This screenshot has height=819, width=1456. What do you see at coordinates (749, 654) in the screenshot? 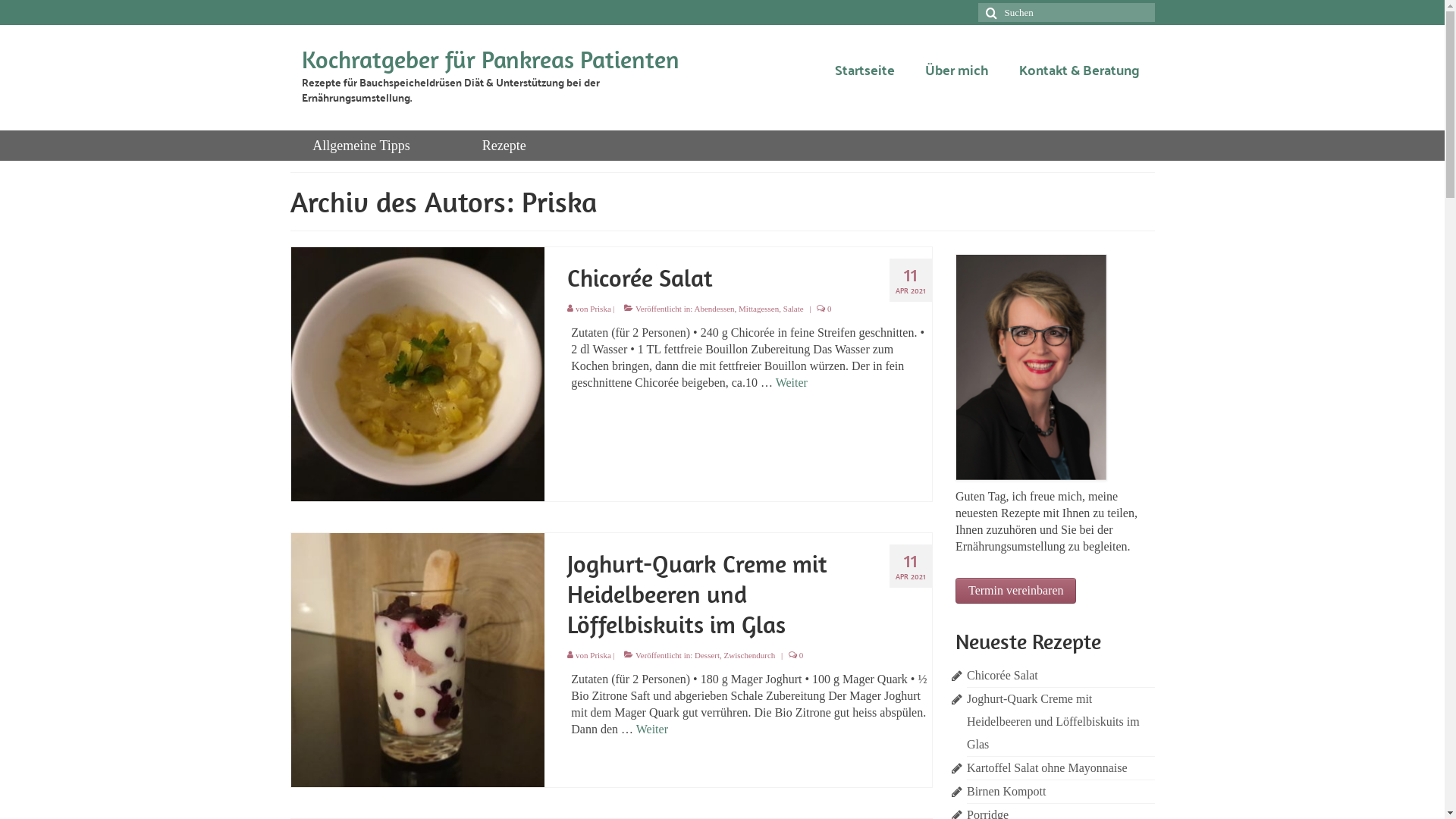
I see `'Zwischendurch'` at bounding box center [749, 654].